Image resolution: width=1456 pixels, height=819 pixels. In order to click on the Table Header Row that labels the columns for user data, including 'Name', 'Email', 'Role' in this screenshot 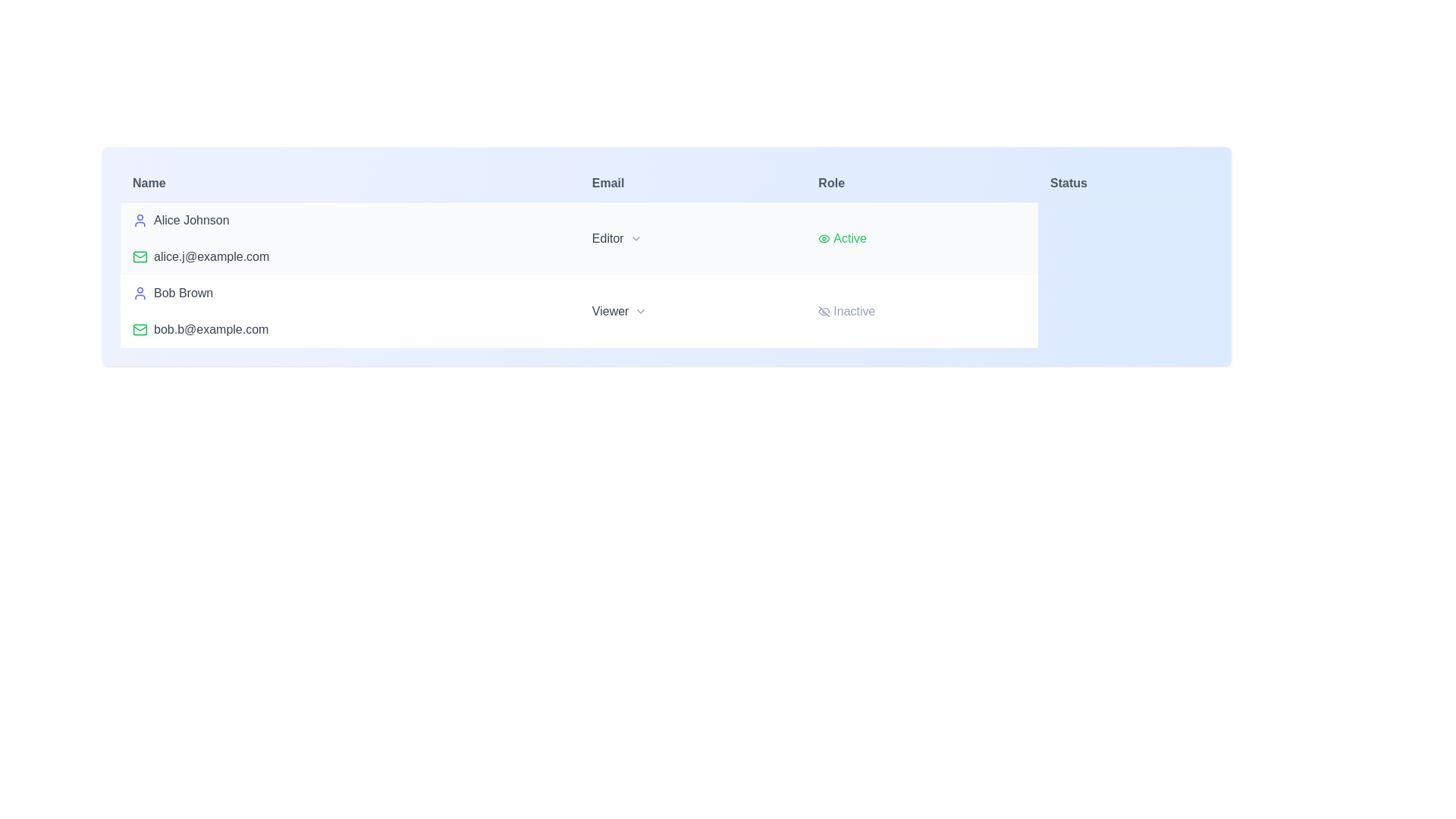, I will do `click(667, 183)`.